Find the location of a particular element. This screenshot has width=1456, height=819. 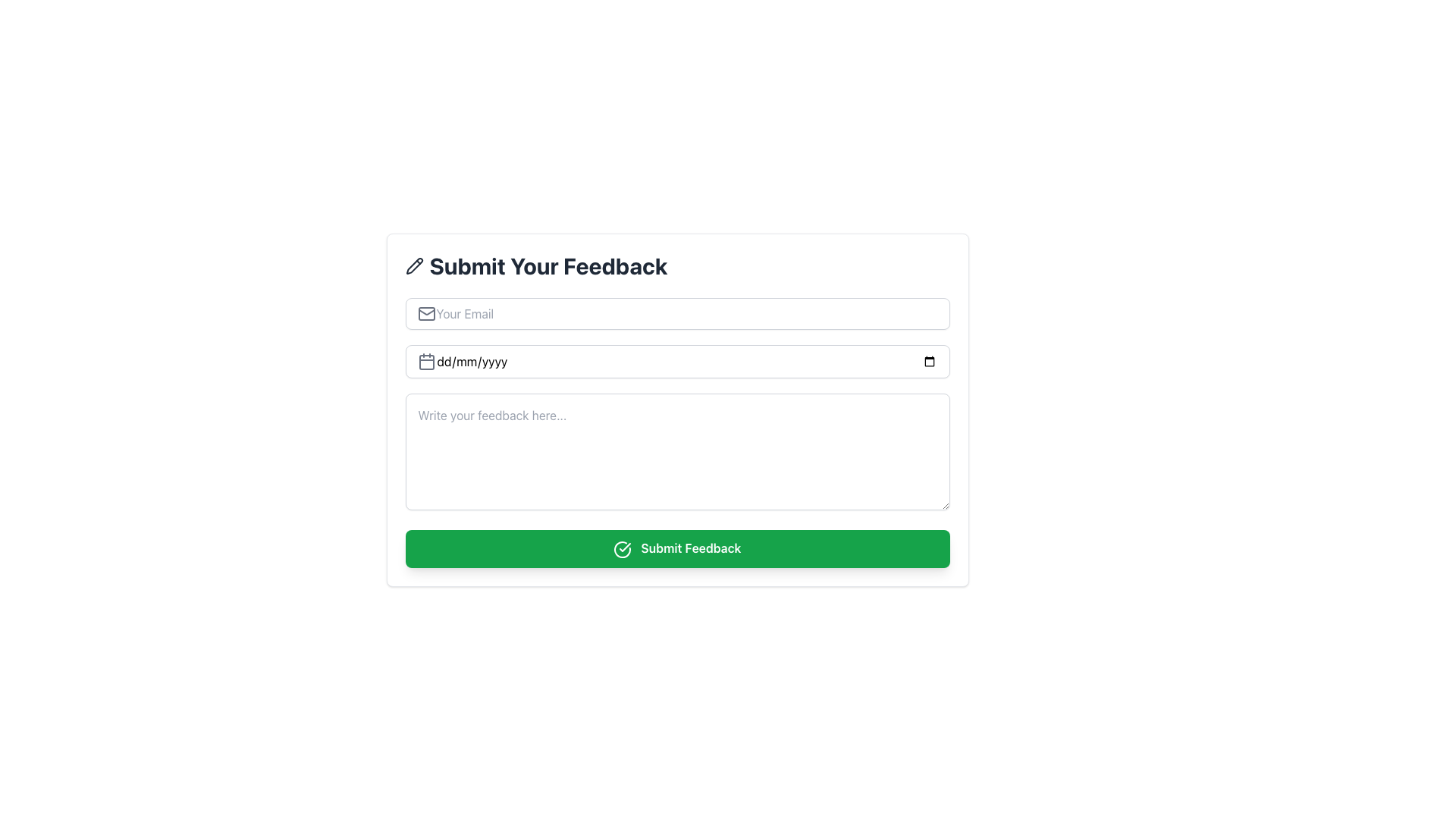

the small rectangular shape with rounded corners that is part of the envelope icon, located within the SVG component of the mail icon is located at coordinates (425, 312).